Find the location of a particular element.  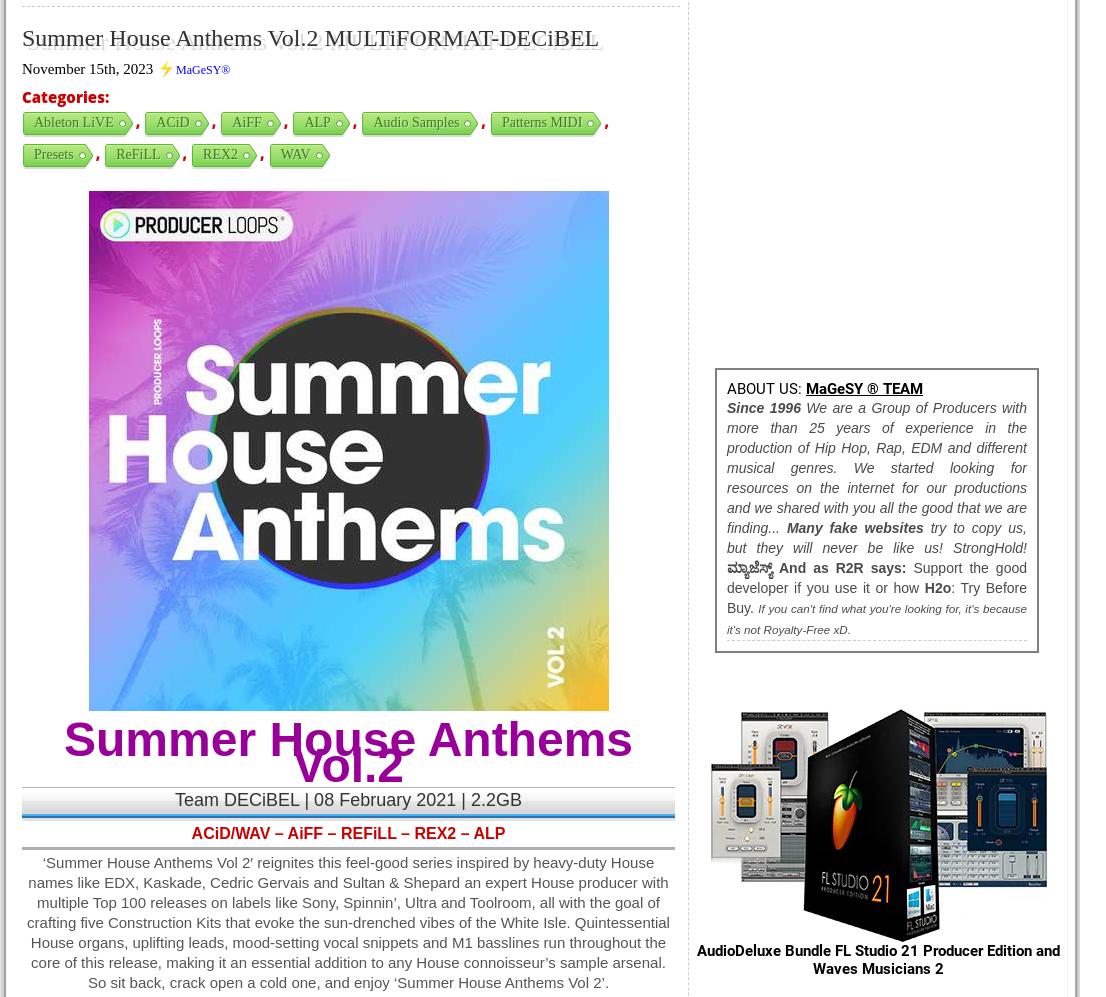

'H2o' is located at coordinates (936, 587).